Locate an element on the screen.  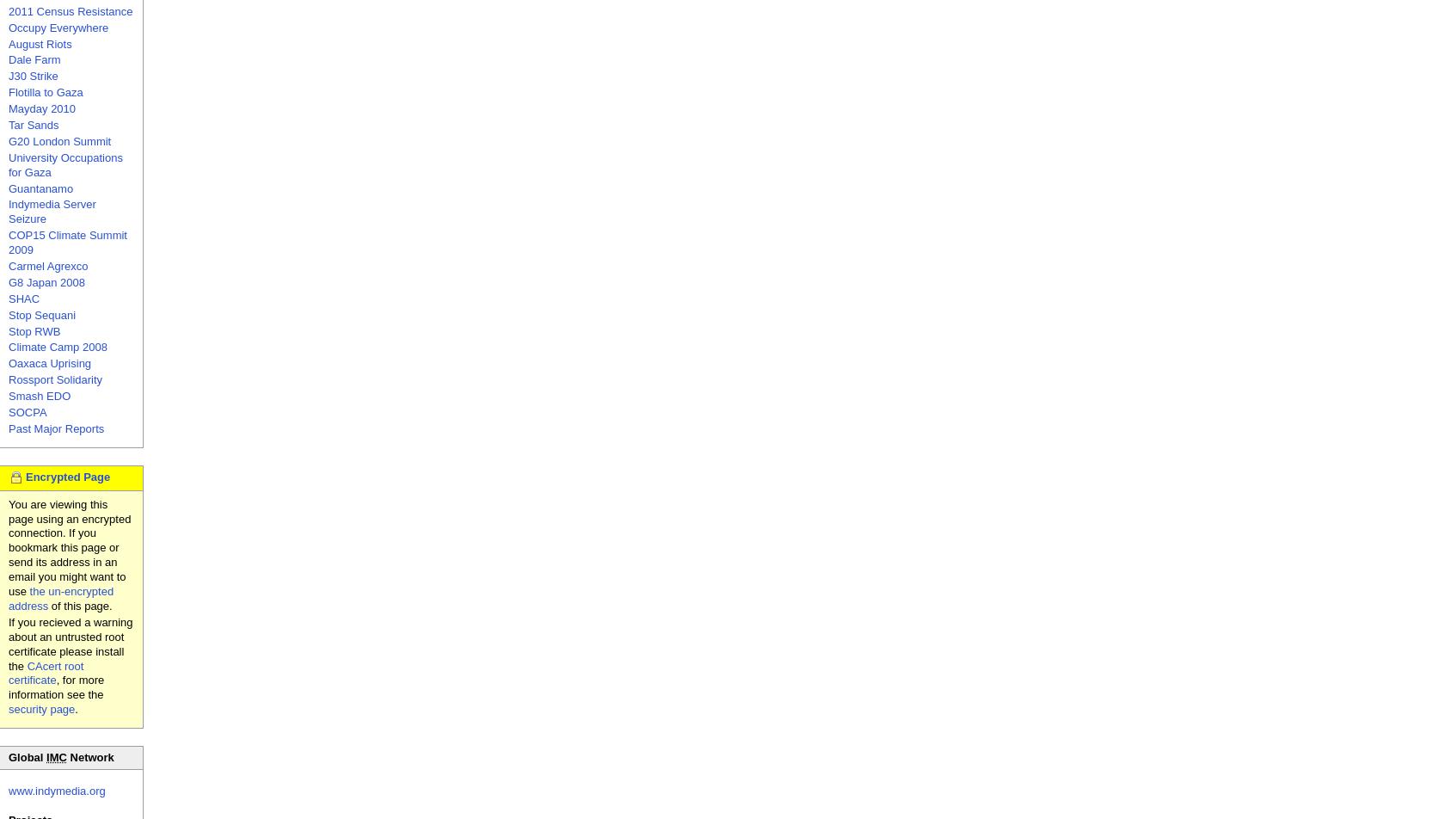
'Guantanamo' is located at coordinates (40, 188).